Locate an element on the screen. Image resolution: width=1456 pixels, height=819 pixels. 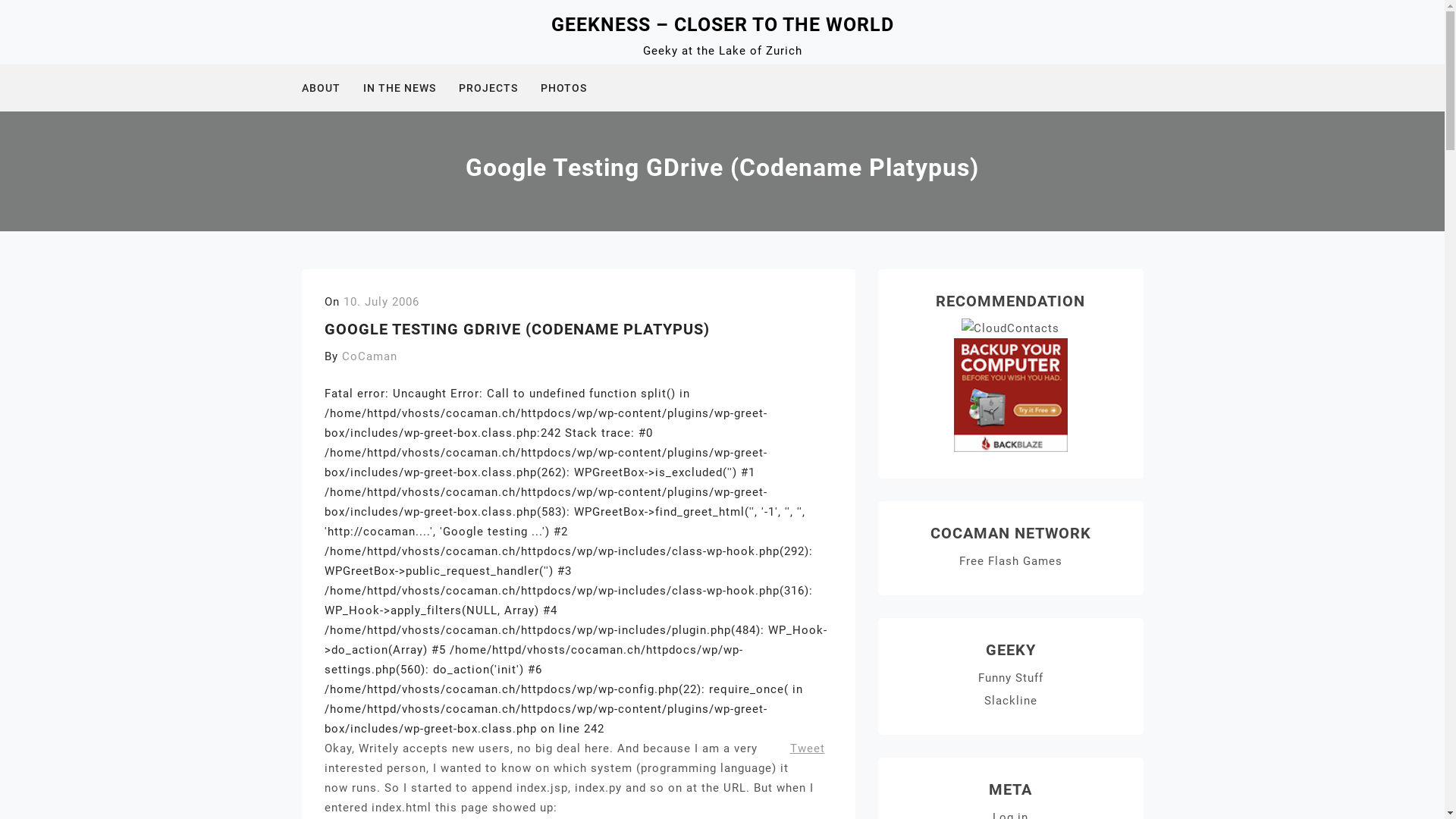
'Funny Stuff' is located at coordinates (1011, 677).